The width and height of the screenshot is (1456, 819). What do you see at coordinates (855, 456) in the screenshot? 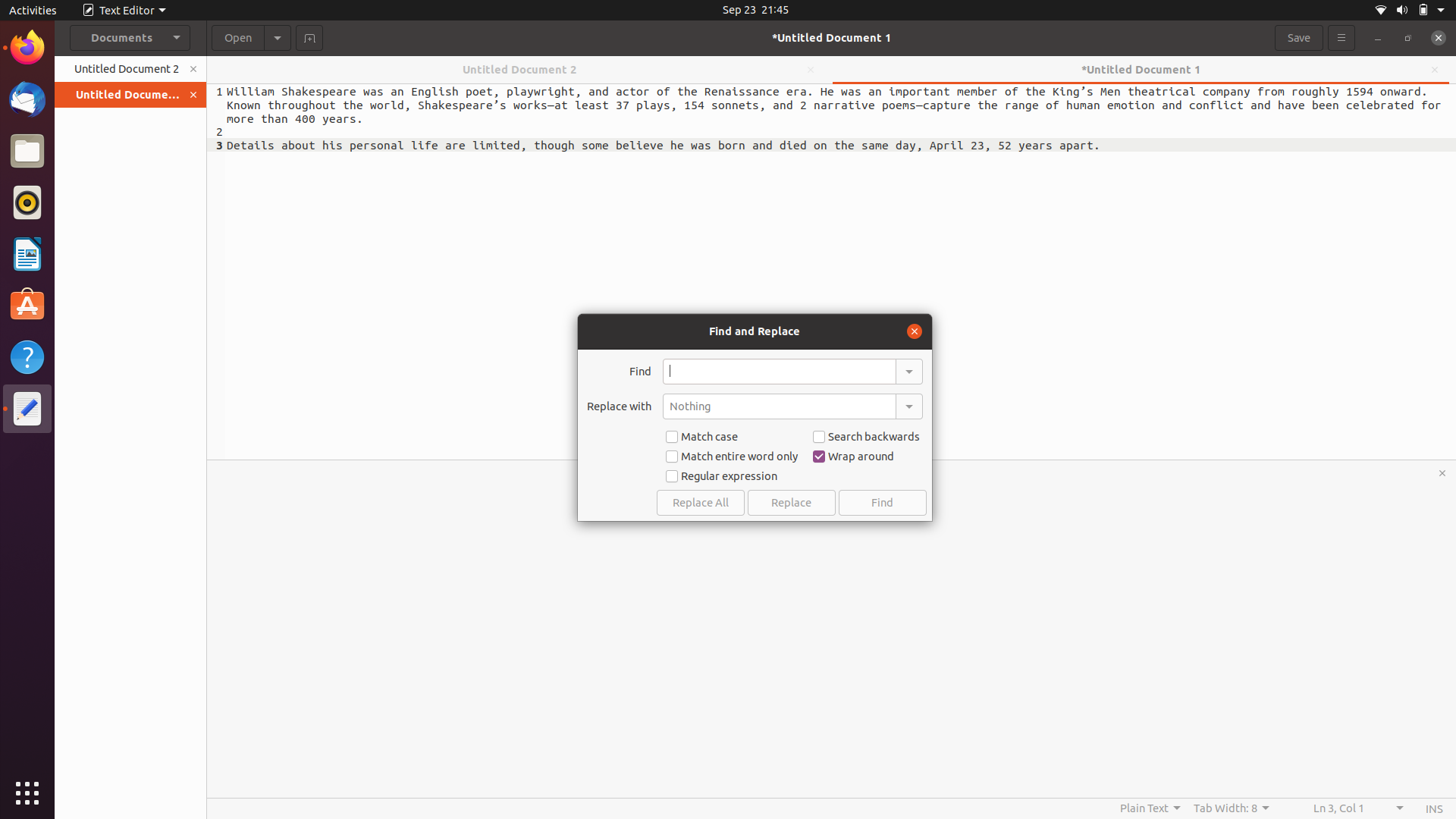
I see `Uncheck the box for the wrap around option in the find replace bar` at bounding box center [855, 456].